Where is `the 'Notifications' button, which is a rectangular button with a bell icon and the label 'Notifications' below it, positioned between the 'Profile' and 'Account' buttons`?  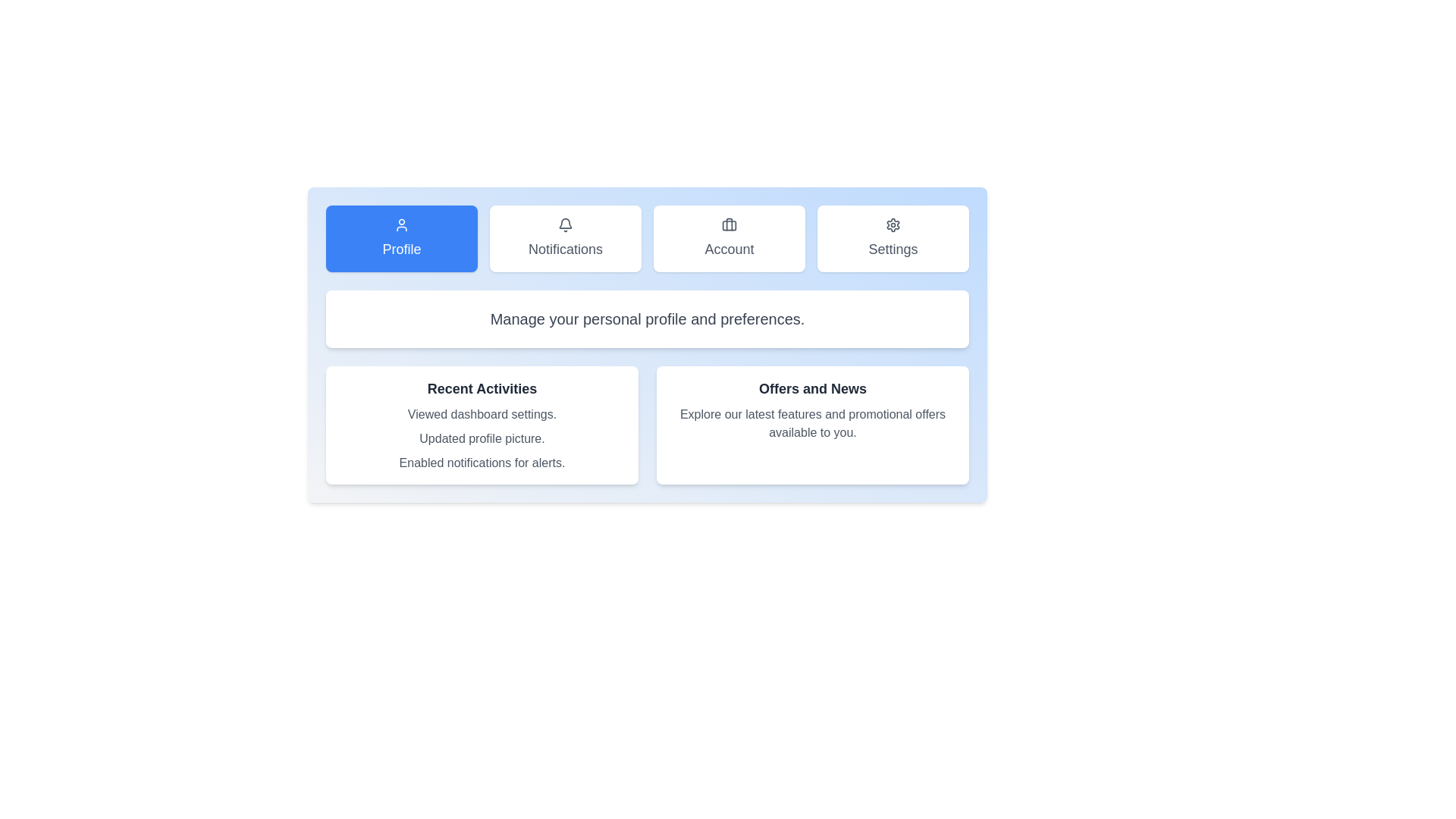 the 'Notifications' button, which is a rectangular button with a bell icon and the label 'Notifications' below it, positioned between the 'Profile' and 'Account' buttons is located at coordinates (564, 239).